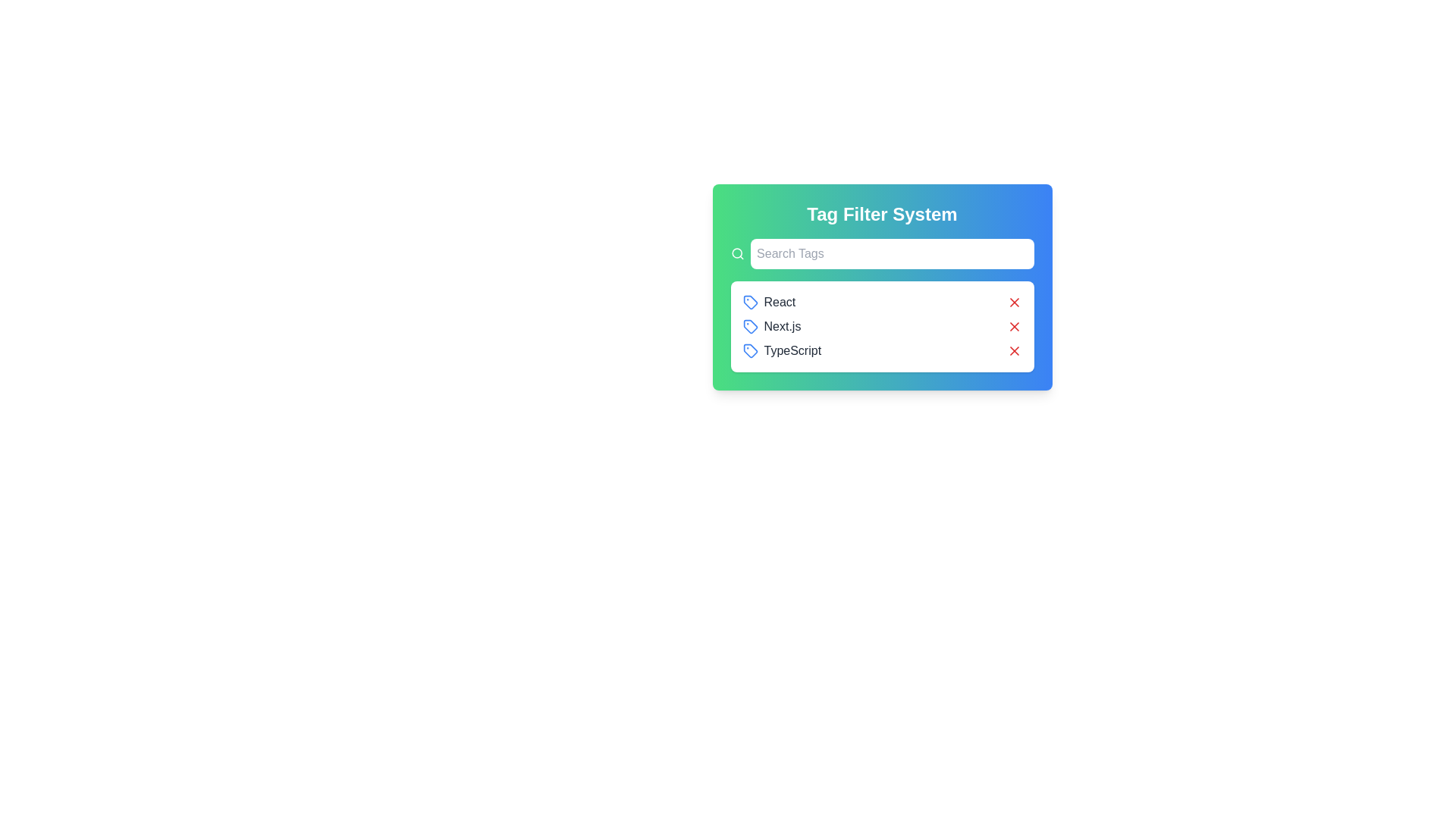  I want to click on the list item labeled 'TypeScript' to select it, so click(882, 350).